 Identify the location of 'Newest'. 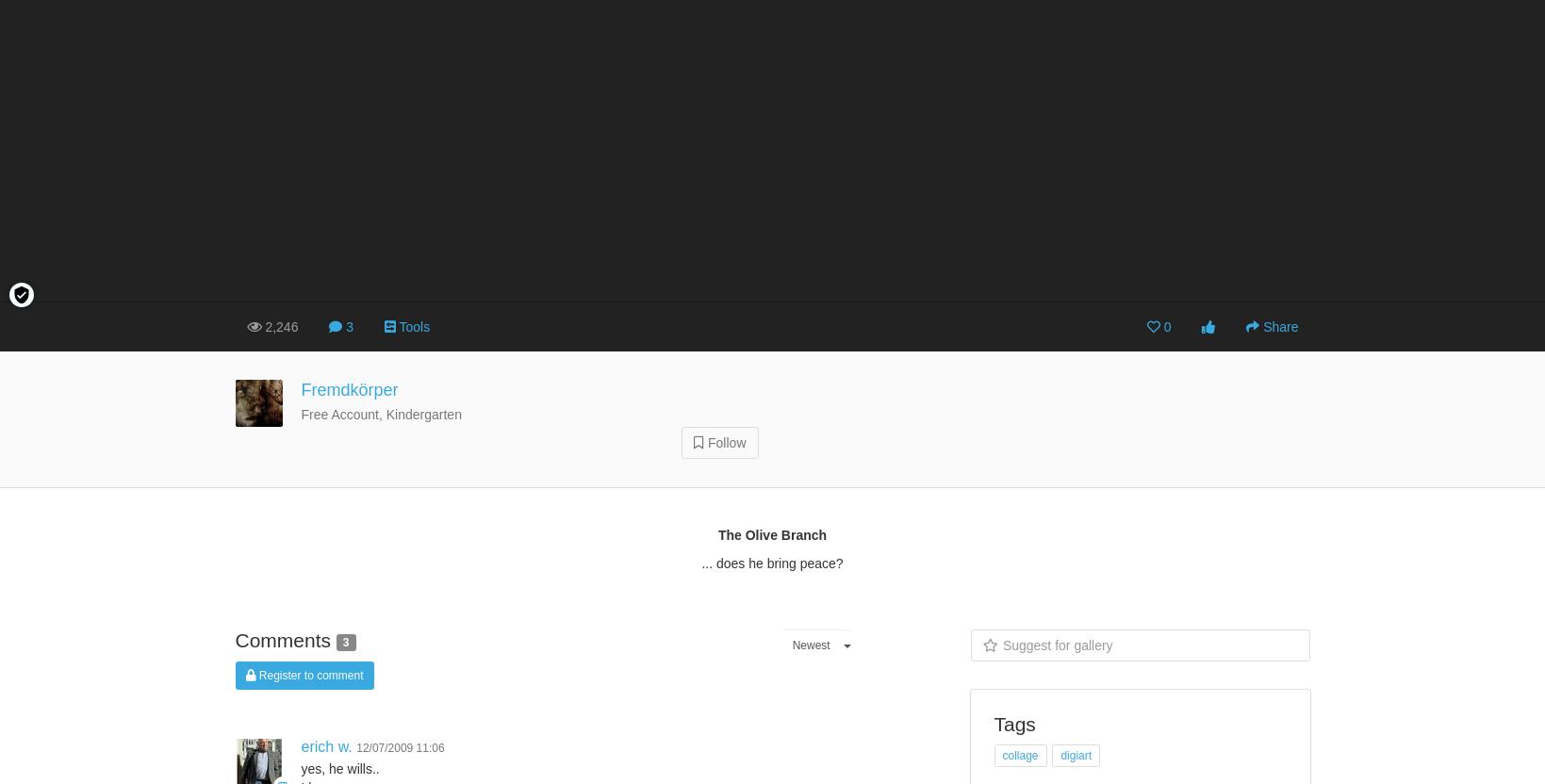
(809, 644).